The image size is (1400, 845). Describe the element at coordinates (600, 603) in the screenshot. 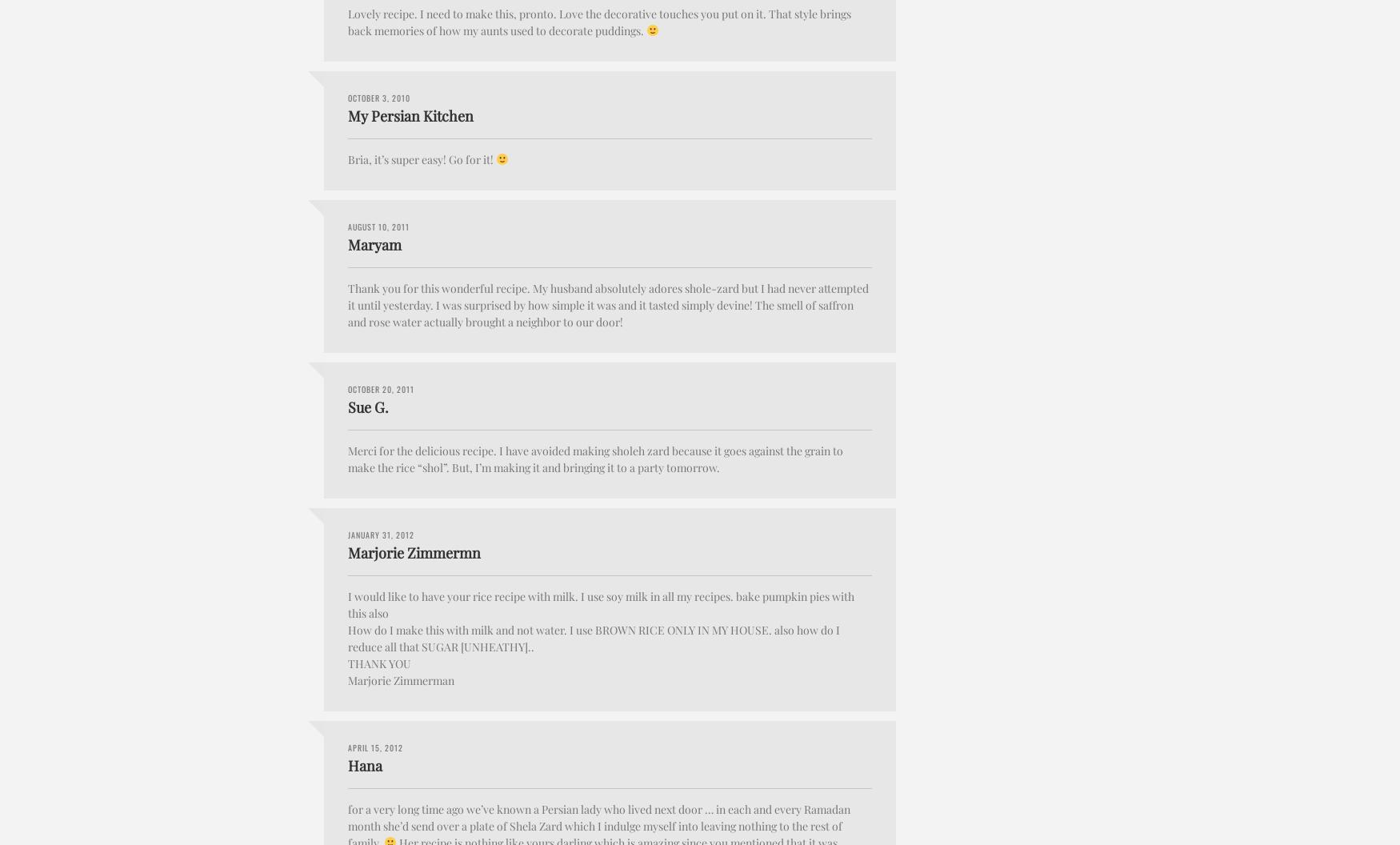

I see `'I would like to have your rice recipe with milk. I use soy milk in all my recipes. bake pumpkin pies with this also'` at that location.